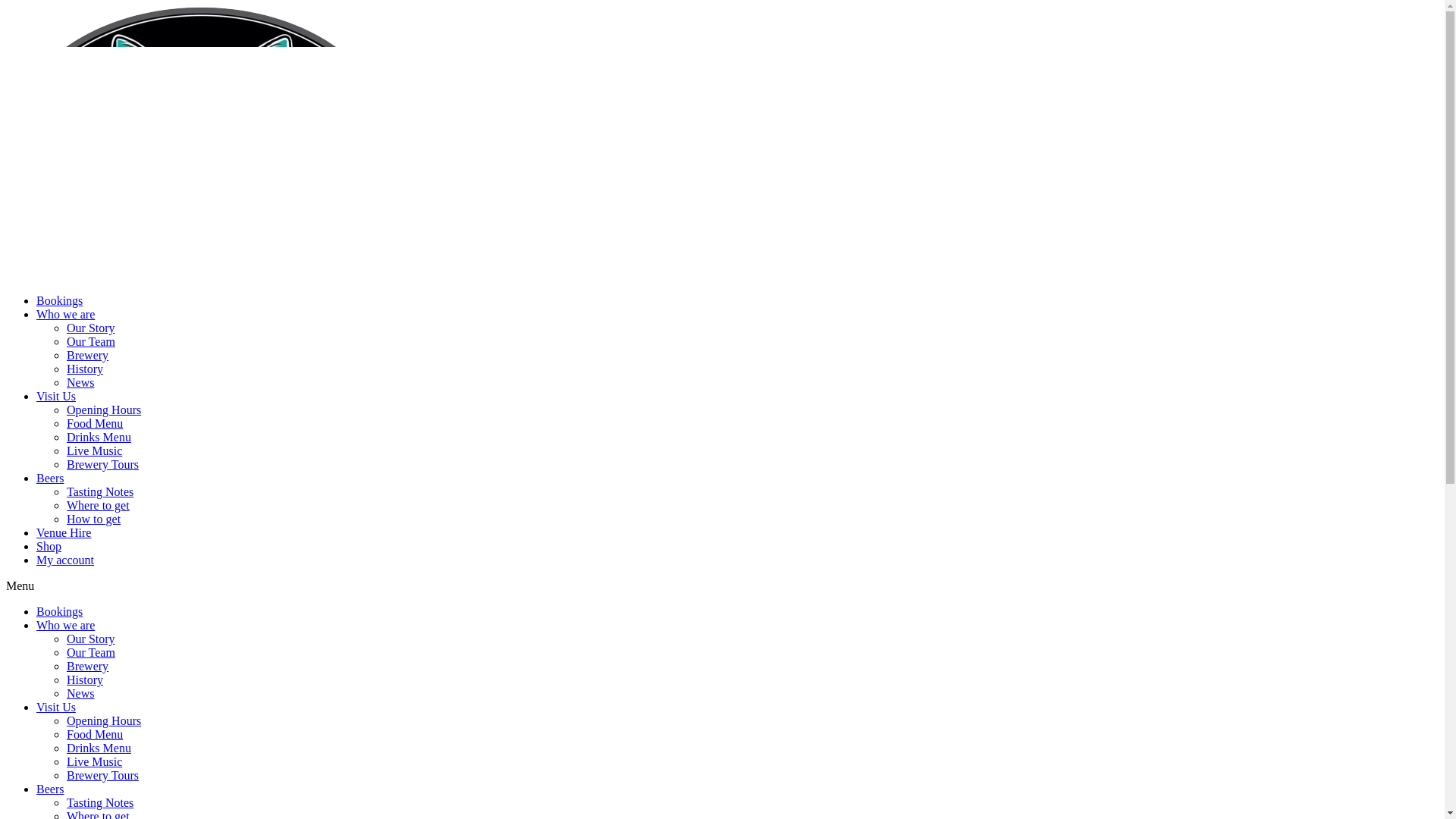  Describe the element at coordinates (36, 546) in the screenshot. I see `'Shop'` at that location.